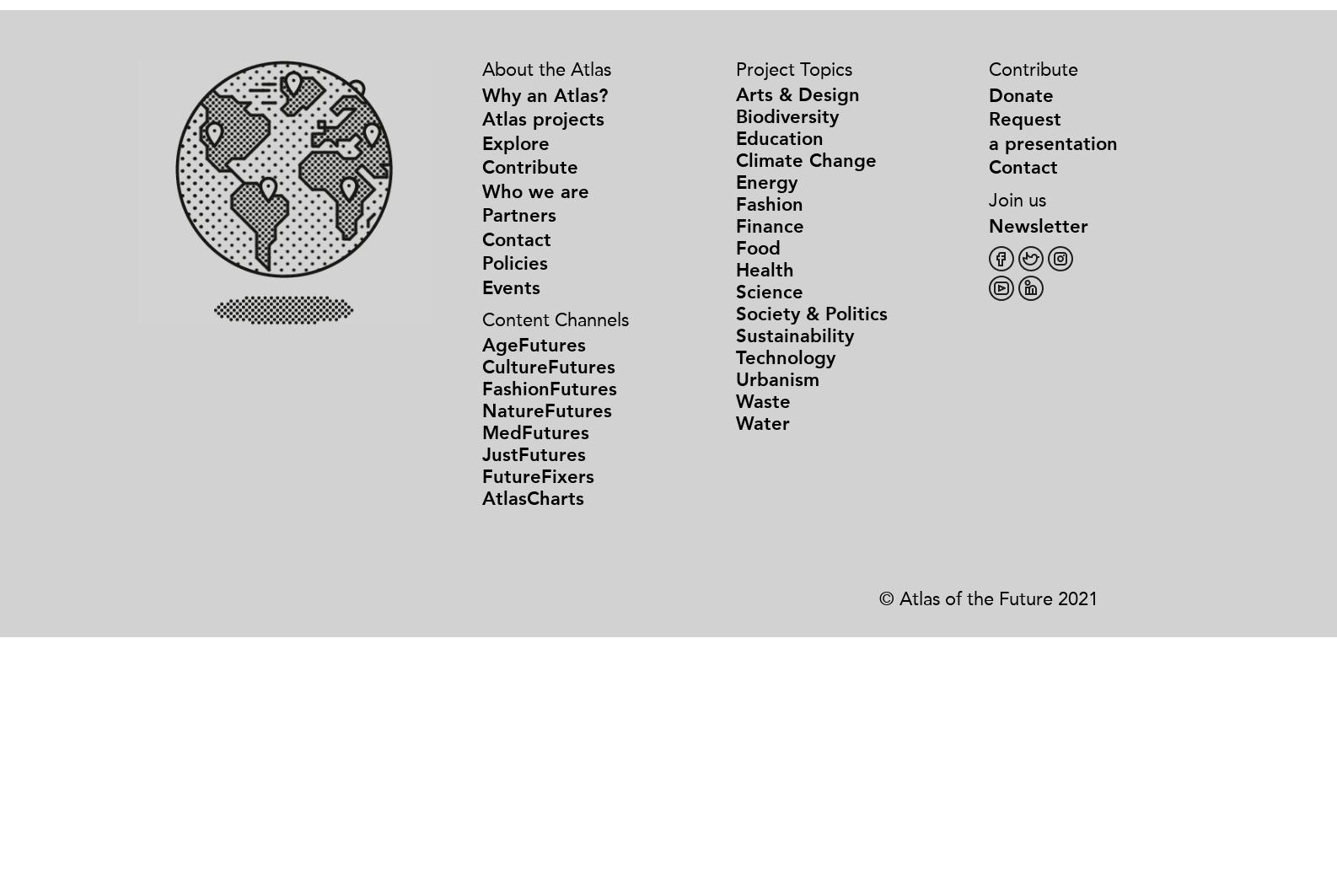 The height and width of the screenshot is (896, 1337). I want to click on 'FashionFutures', so click(550, 389).